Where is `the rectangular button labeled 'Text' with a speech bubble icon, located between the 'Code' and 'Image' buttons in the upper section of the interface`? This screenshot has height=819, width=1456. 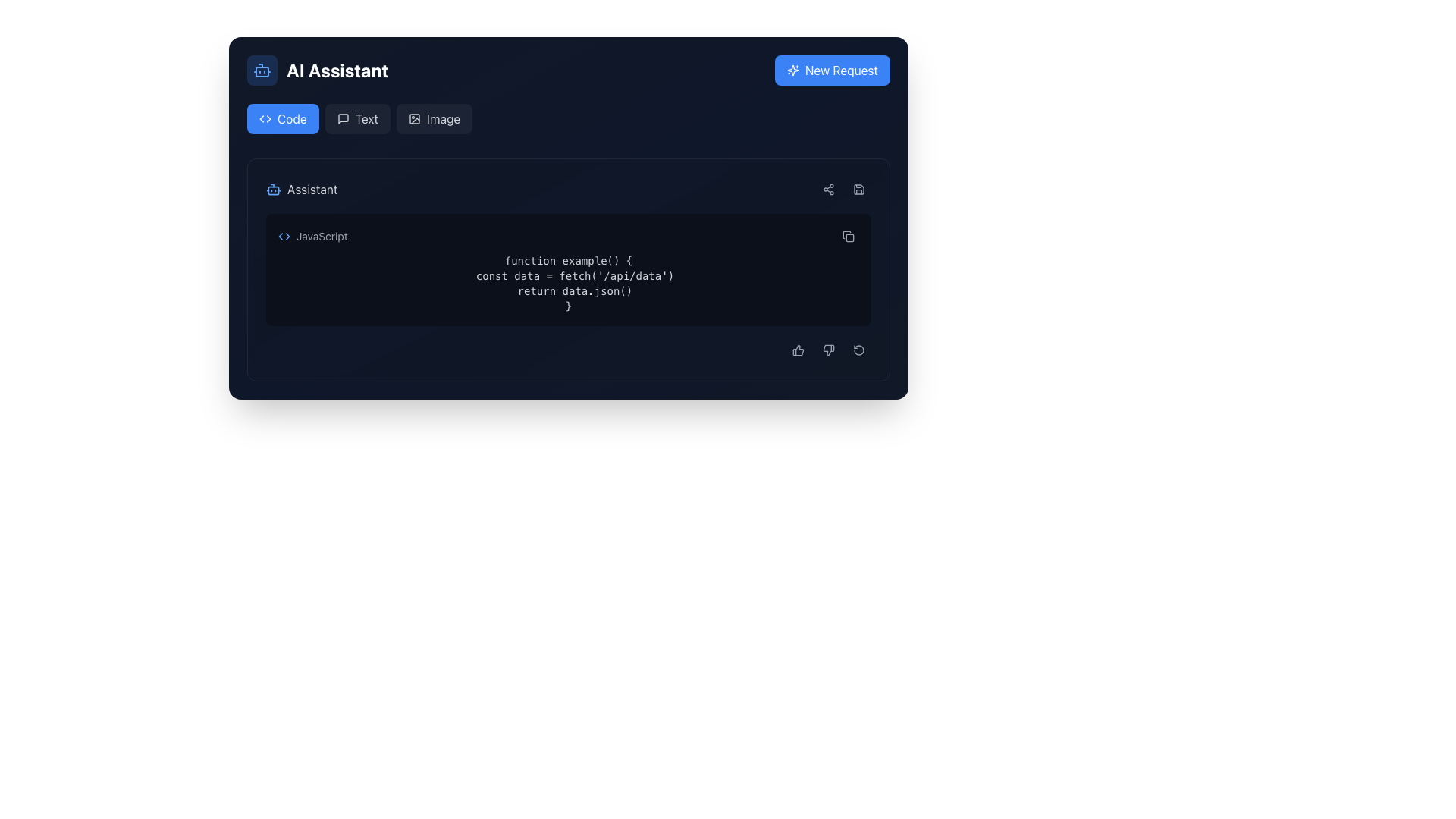
the rectangular button labeled 'Text' with a speech bubble icon, located between the 'Code' and 'Image' buttons in the upper section of the interface is located at coordinates (356, 118).